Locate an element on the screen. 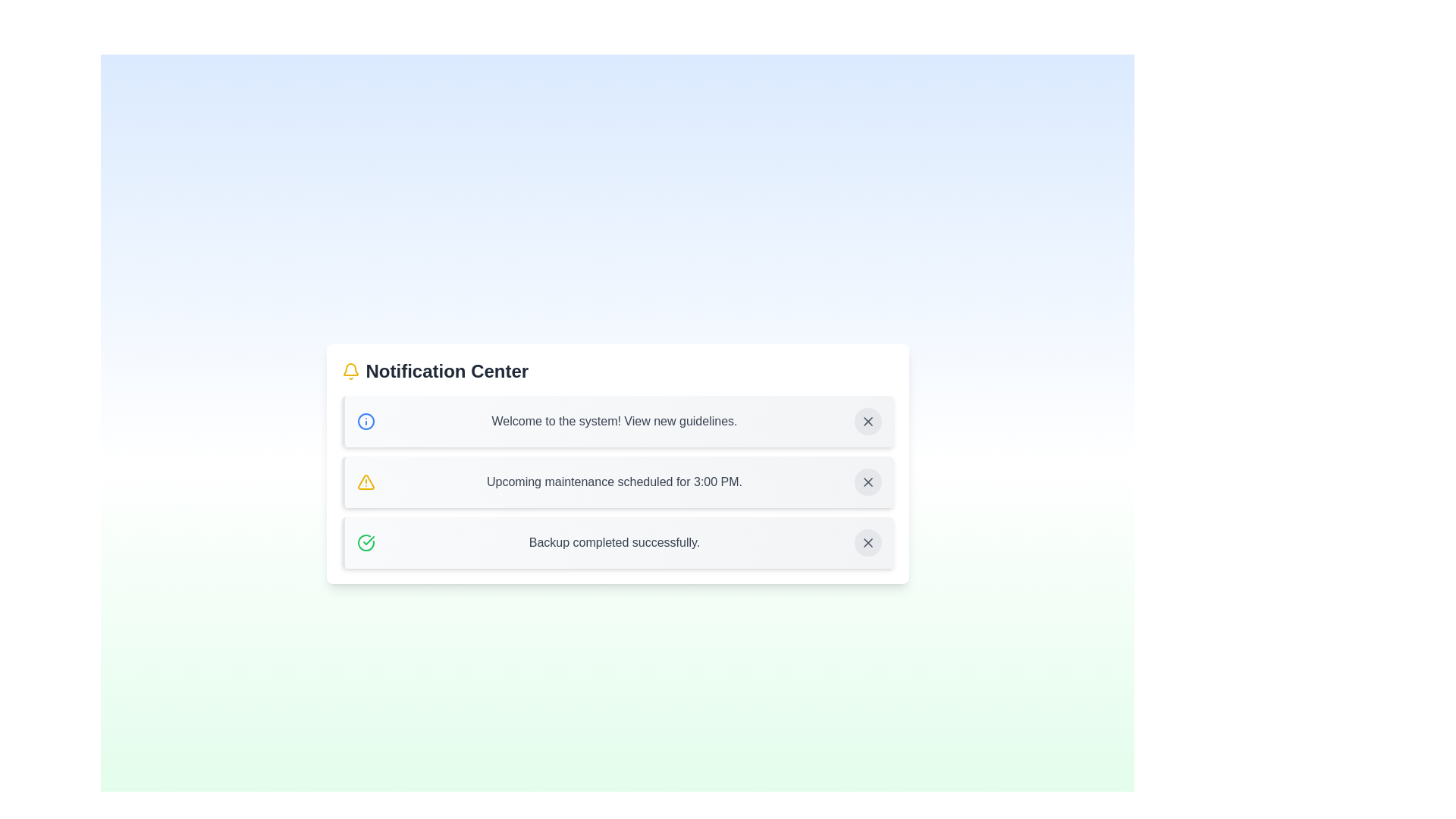  the close button styled as an 'X' located to the right of the notification message 'Upcoming maintenance scheduled for 3:00 PM.' in the Notification Center is located at coordinates (868, 482).